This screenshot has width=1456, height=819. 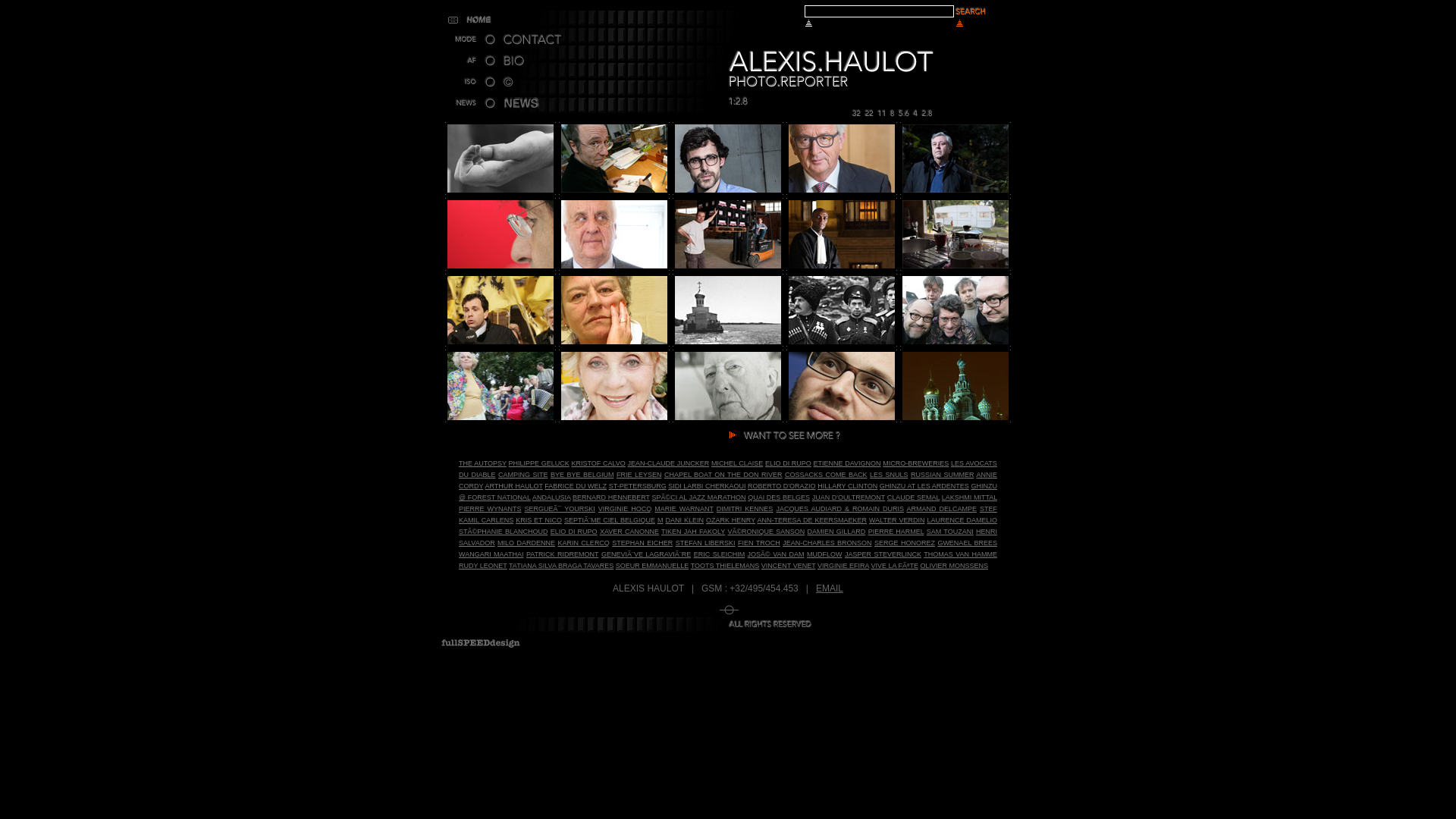 I want to click on 'OLIVIER MONSSENS', so click(x=952, y=565).